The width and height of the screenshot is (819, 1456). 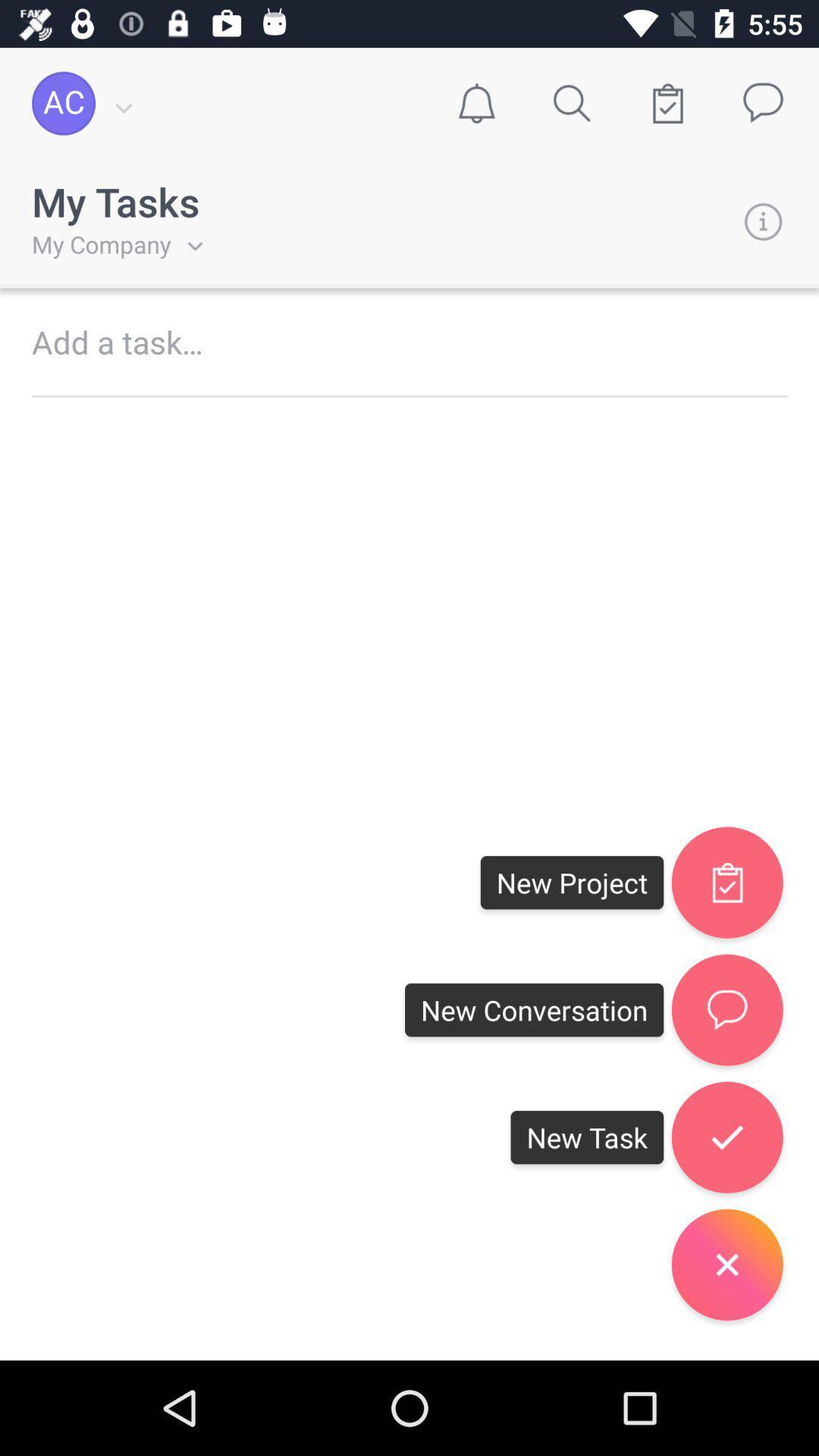 I want to click on the info icon, so click(x=763, y=221).